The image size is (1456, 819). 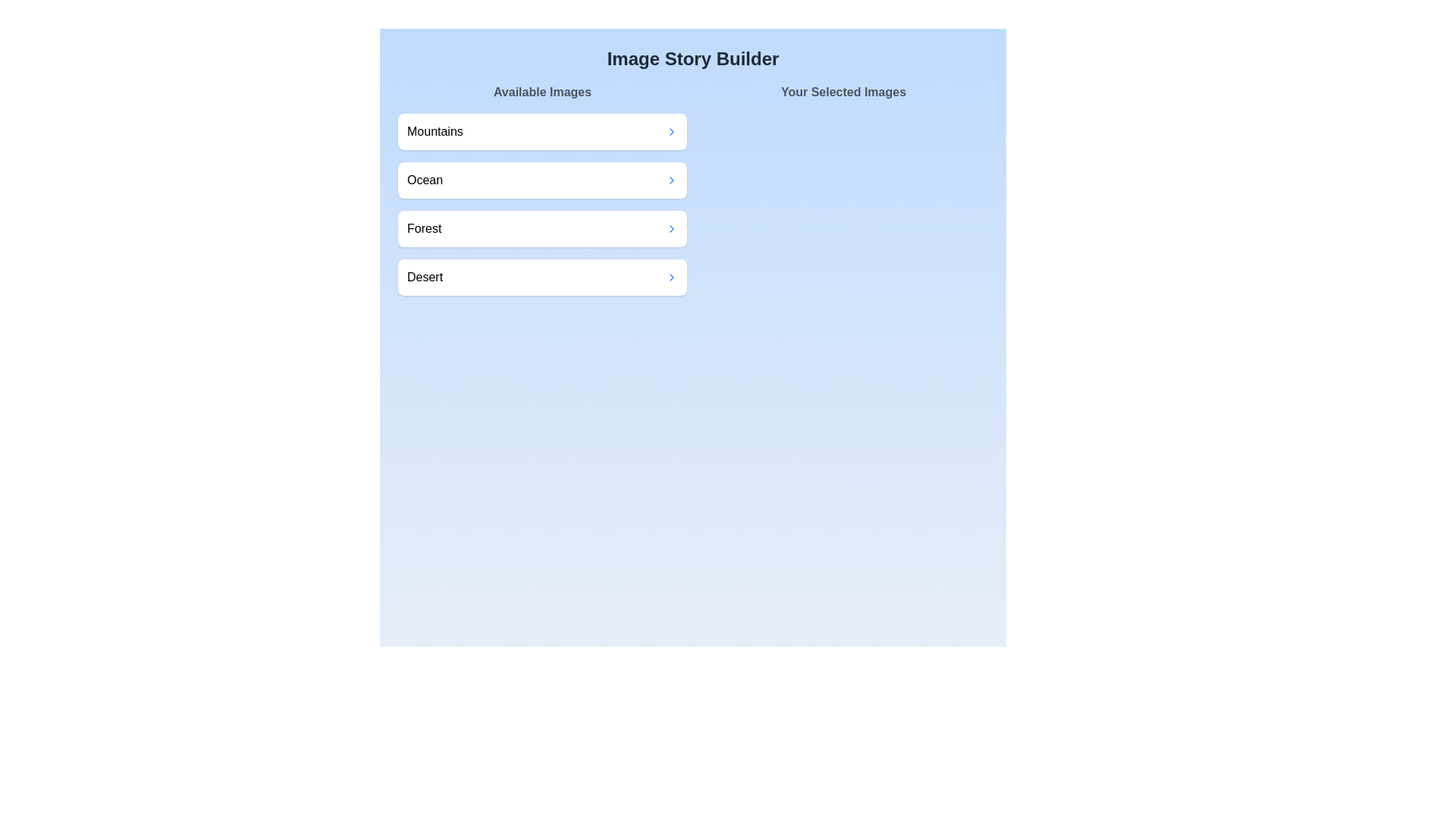 What do you see at coordinates (671, 130) in the screenshot?
I see `transfer button for the image labeled Mountains in the 'Available Images' section` at bounding box center [671, 130].